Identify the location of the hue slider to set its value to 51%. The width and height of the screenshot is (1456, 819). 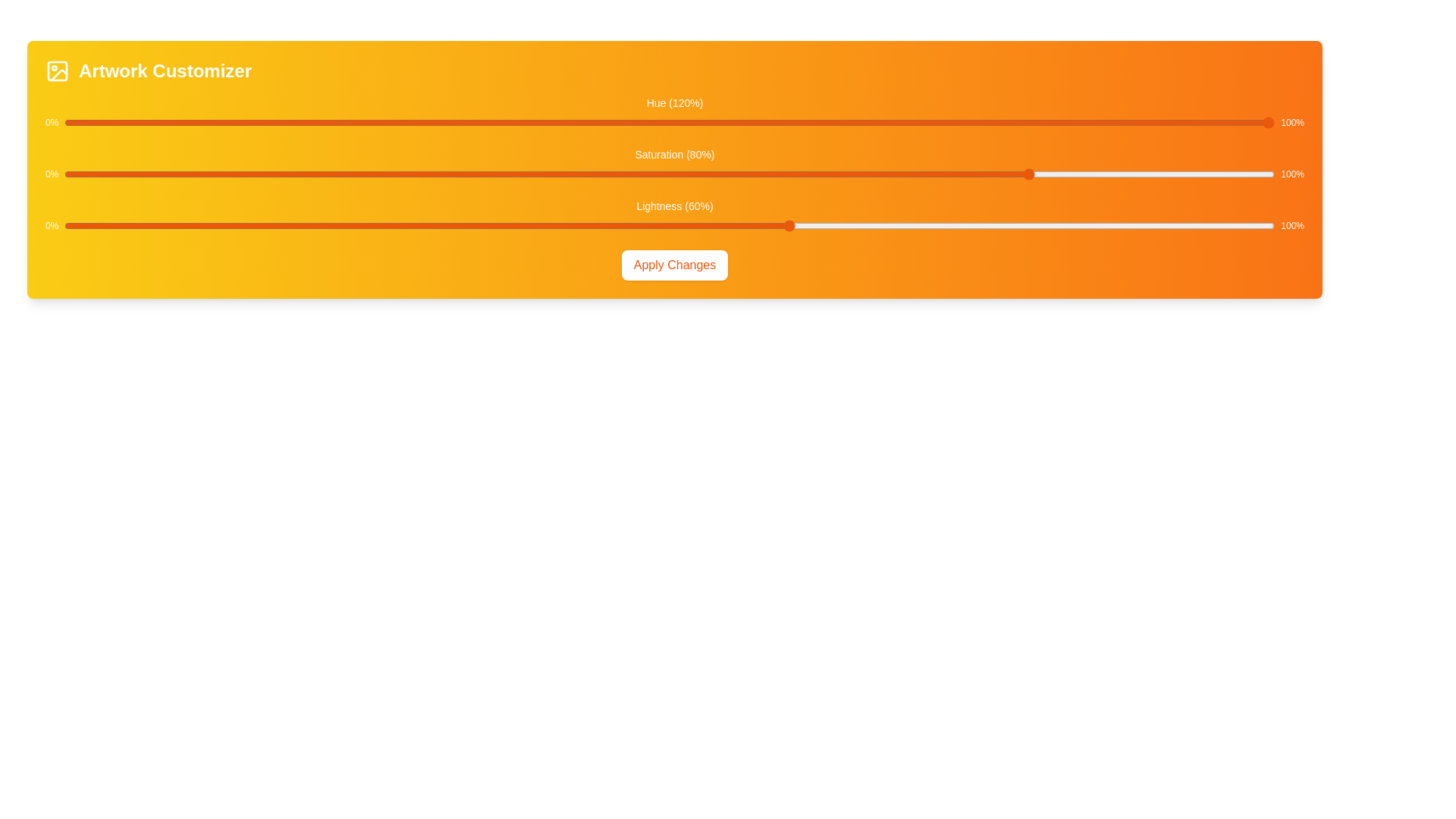
(681, 122).